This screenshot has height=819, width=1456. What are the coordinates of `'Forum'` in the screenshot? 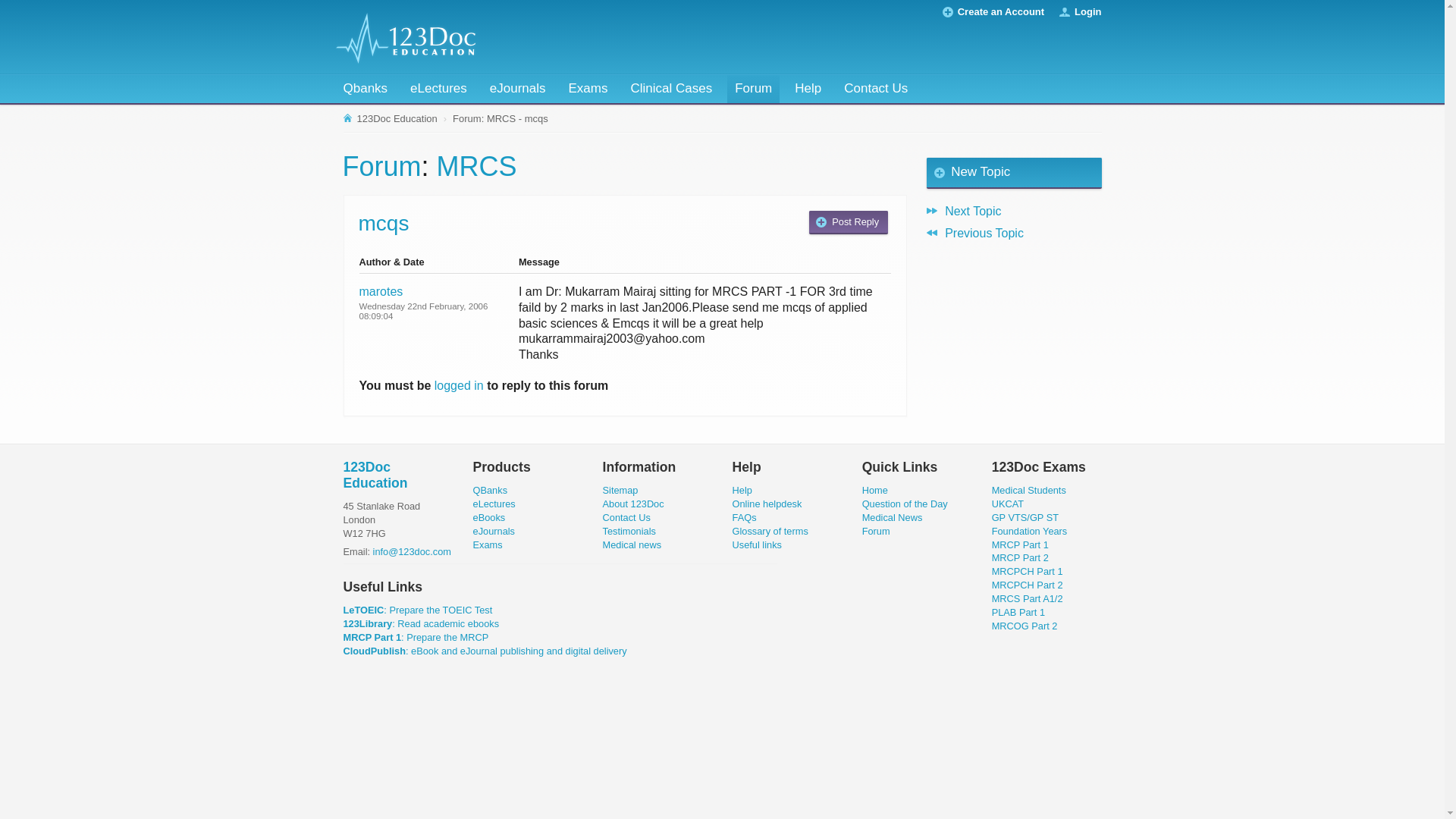 It's located at (753, 89).